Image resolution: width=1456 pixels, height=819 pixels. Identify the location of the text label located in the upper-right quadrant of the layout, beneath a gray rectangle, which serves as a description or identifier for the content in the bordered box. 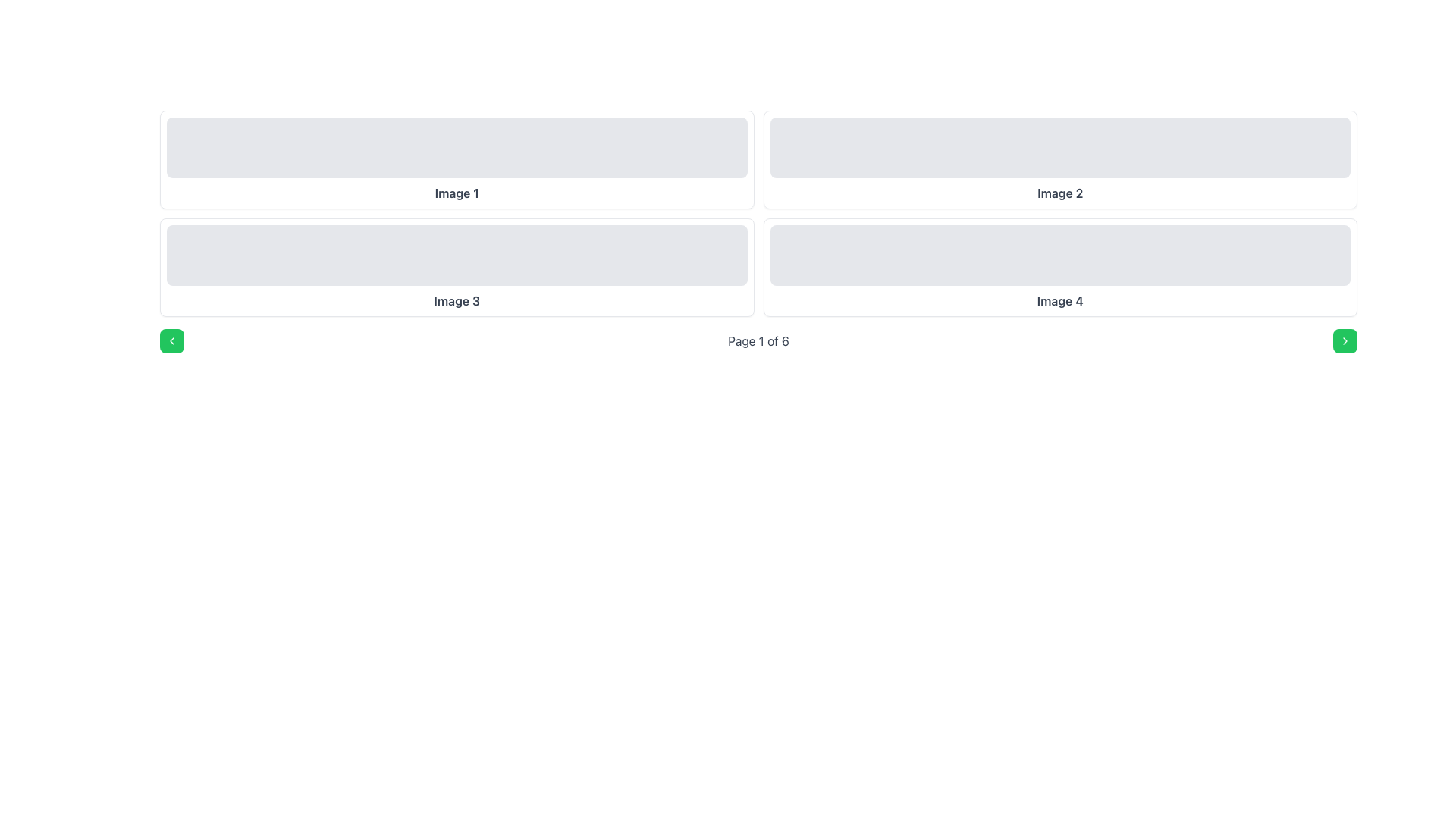
(1059, 192).